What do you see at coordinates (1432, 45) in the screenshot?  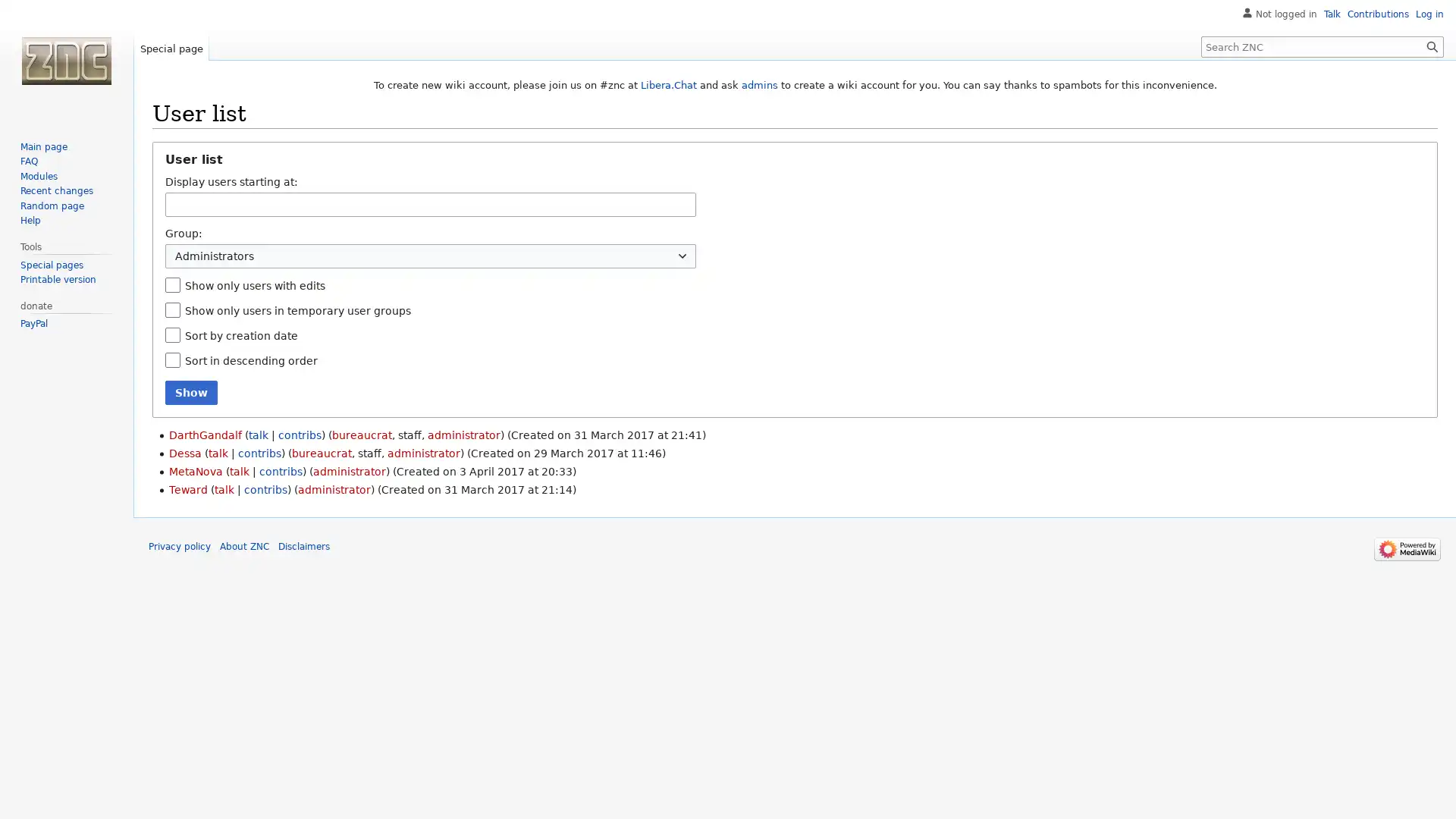 I see `Search` at bounding box center [1432, 45].